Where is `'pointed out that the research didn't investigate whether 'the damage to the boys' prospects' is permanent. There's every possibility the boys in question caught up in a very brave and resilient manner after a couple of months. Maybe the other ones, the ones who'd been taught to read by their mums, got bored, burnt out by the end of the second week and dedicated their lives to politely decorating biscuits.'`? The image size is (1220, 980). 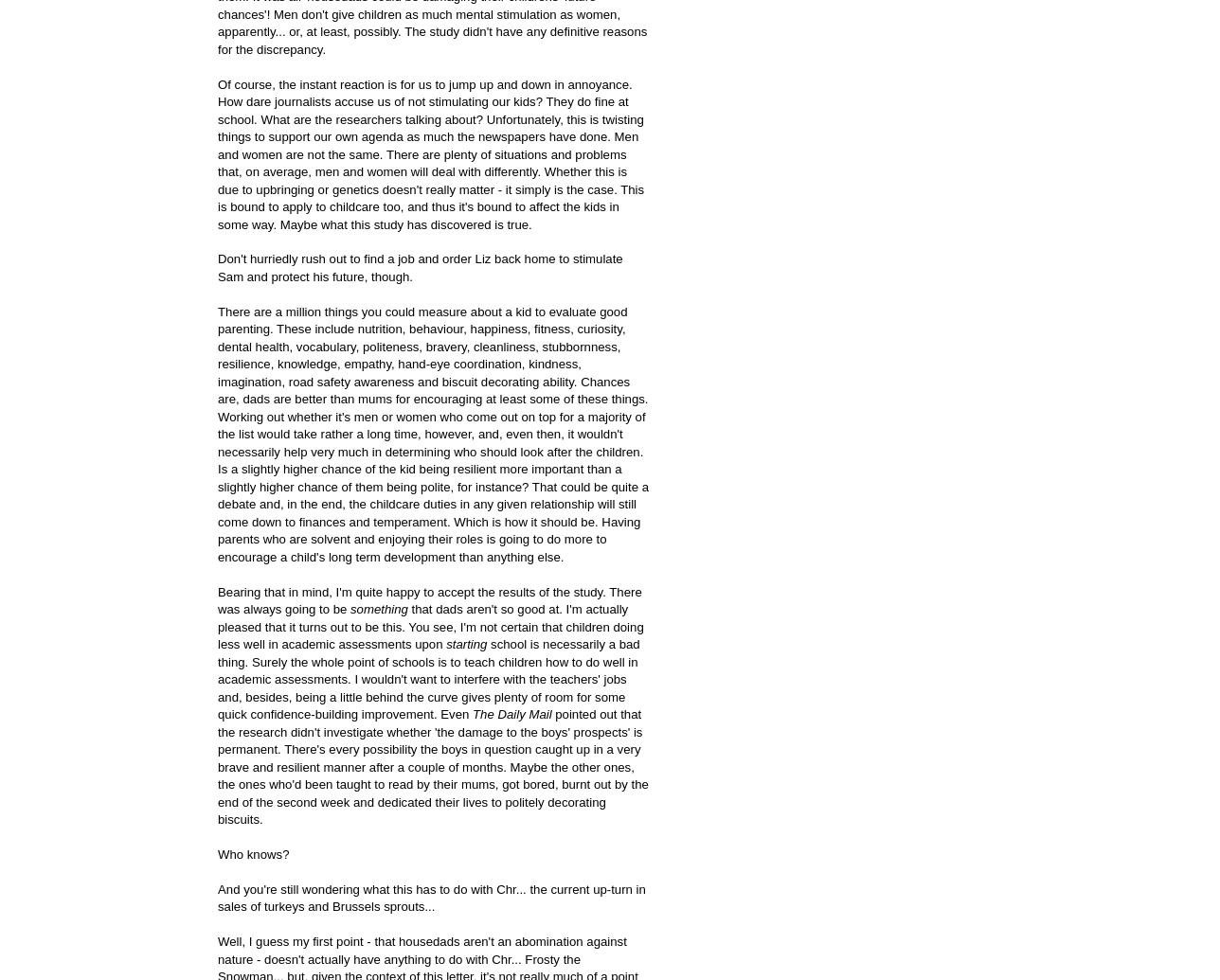
'pointed out that the research didn't investigate whether 'the damage to the boys' prospects' is permanent. There's every possibility the boys in question caught up in a very brave and resilient manner after a couple of months. Maybe the other ones, the ones who'd been taught to read by their mums, got bored, burnt out by the end of the second week and dedicated their lives to politely decorating biscuits.' is located at coordinates (432, 765).